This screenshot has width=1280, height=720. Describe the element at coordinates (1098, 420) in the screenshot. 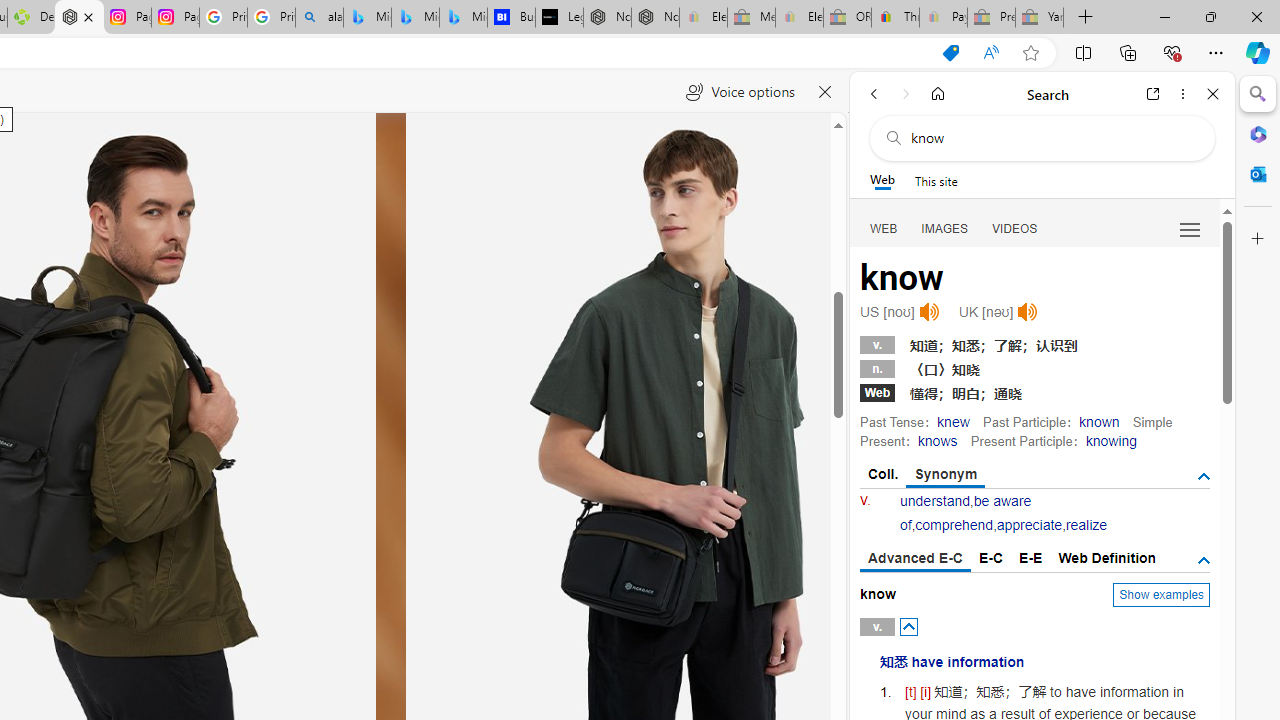

I see `'known'` at that location.